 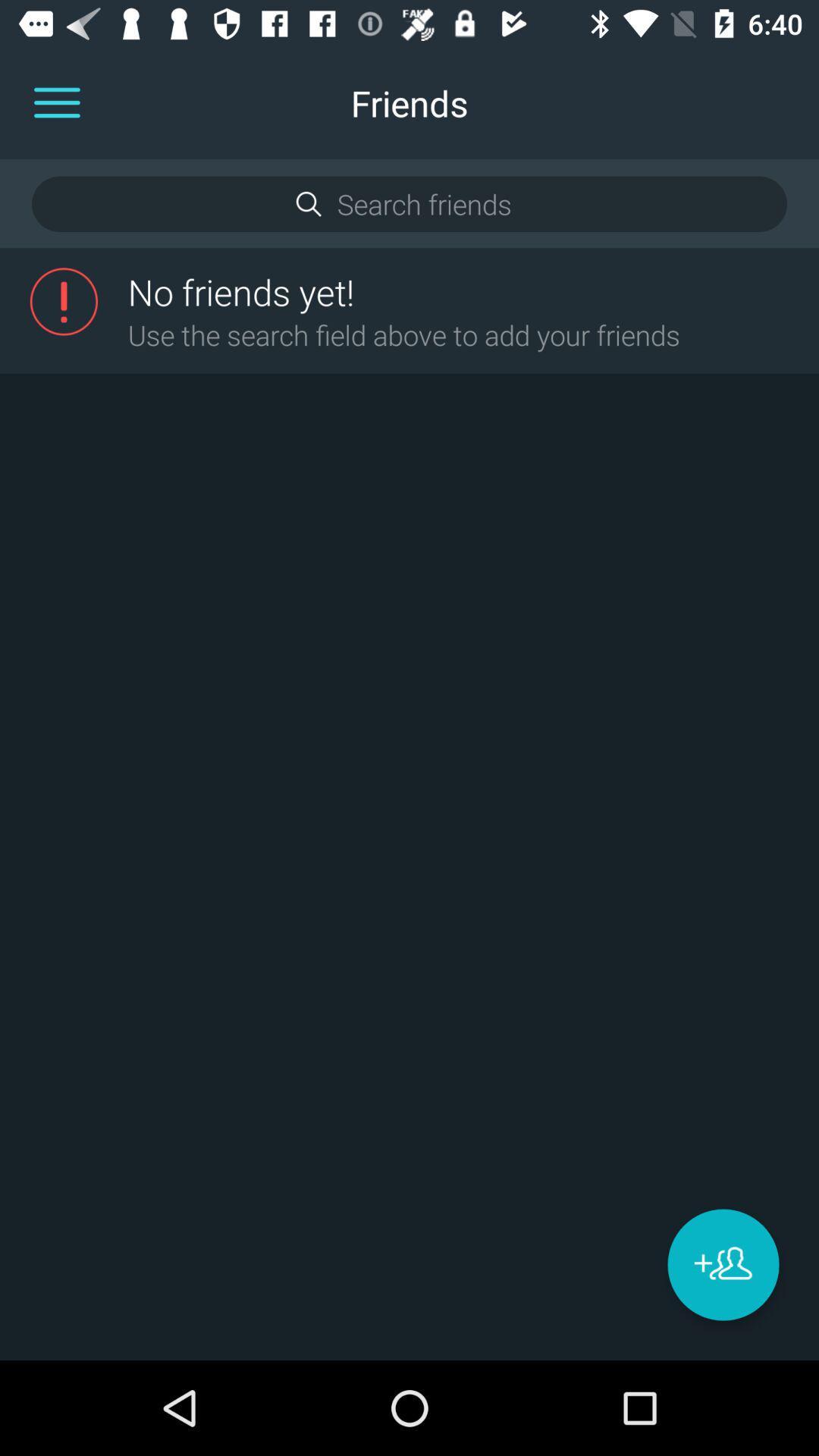 I want to click on the menu icon, so click(x=56, y=102).